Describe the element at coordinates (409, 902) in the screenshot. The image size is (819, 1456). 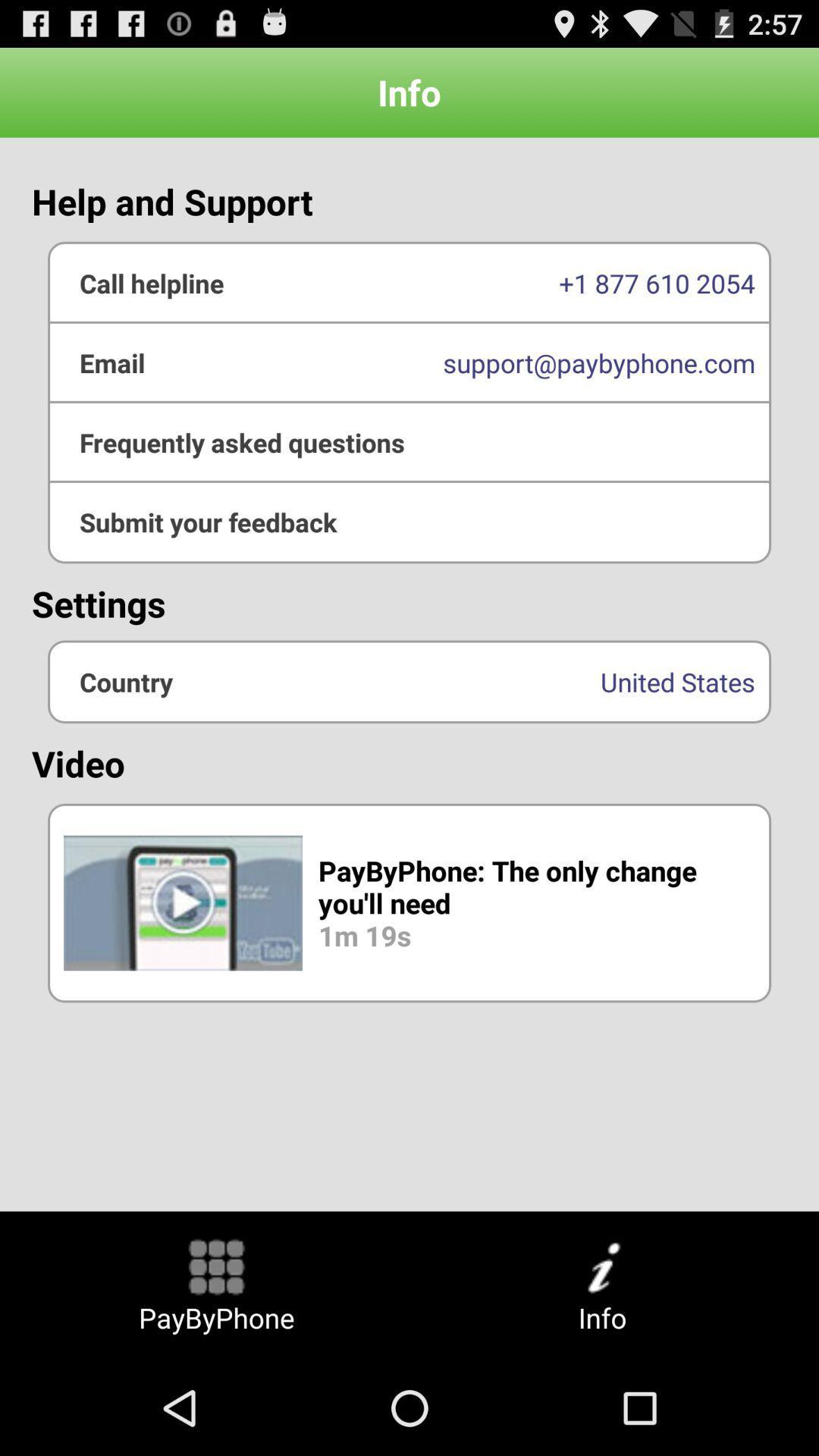
I see `the button above paybyphone button` at that location.